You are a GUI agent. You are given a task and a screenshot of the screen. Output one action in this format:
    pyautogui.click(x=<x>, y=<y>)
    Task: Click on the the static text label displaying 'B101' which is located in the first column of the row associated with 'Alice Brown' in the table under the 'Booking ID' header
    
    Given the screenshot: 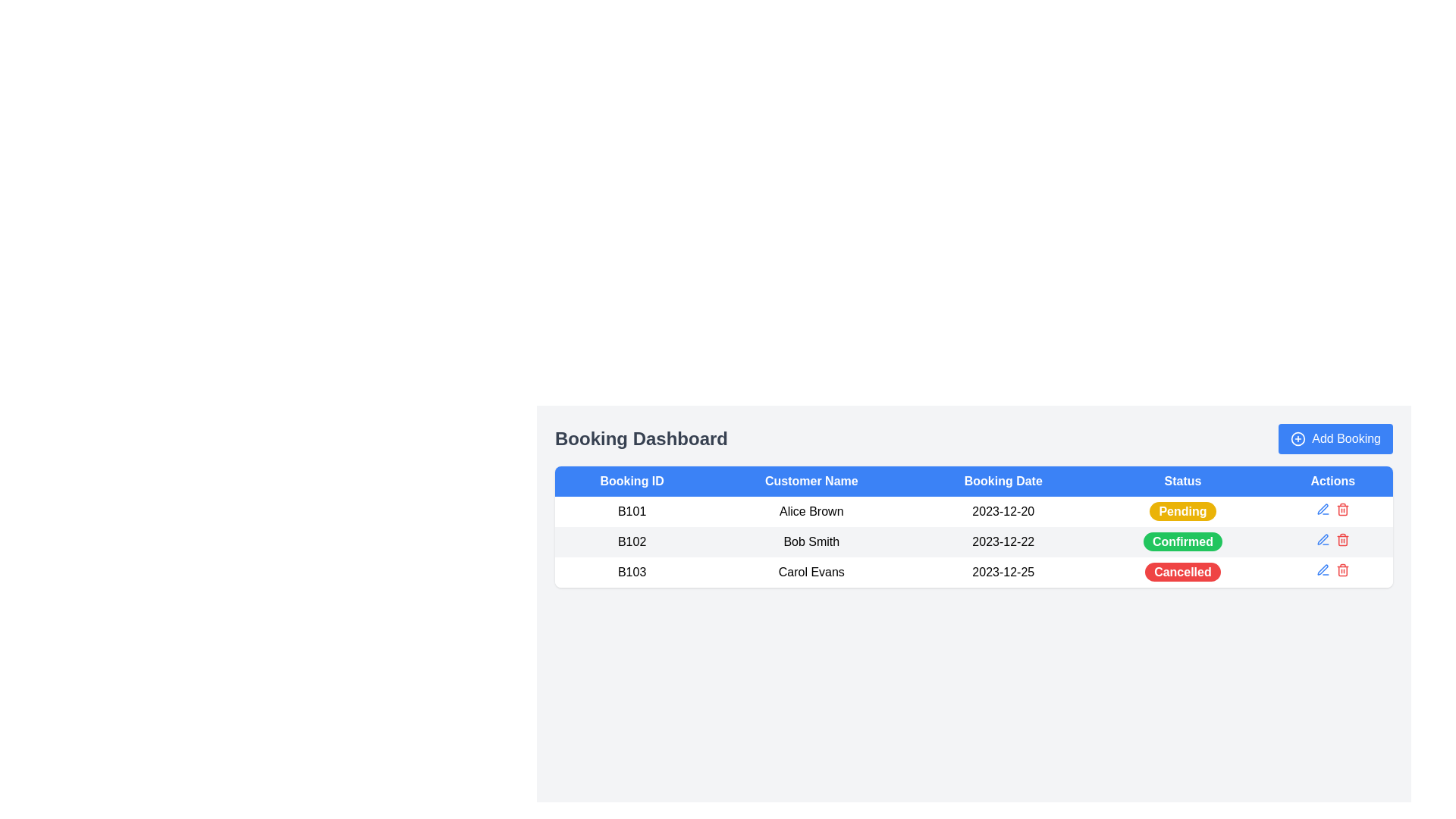 What is the action you would take?
    pyautogui.click(x=632, y=512)
    